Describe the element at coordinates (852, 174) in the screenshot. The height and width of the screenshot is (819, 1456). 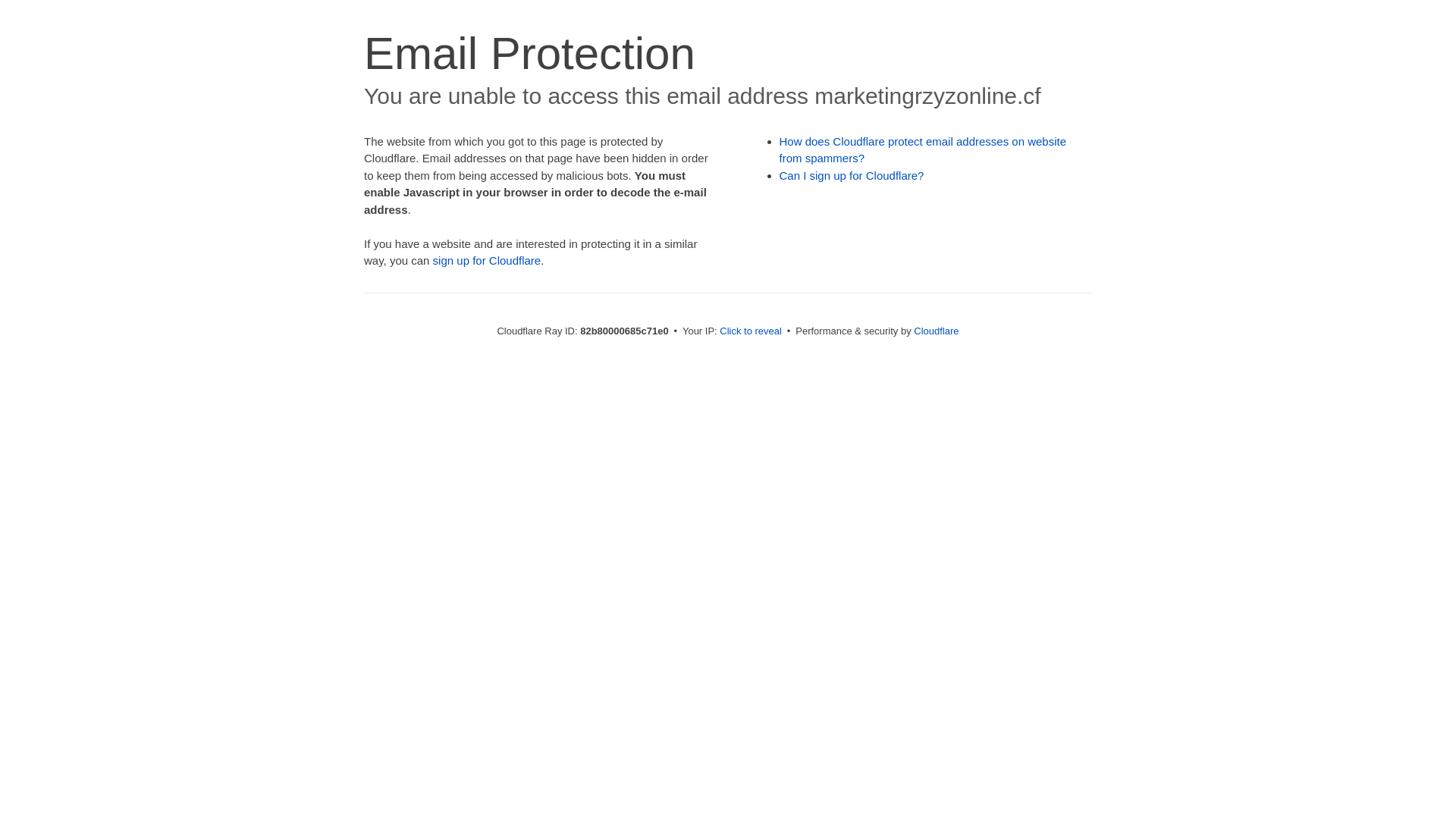
I see `'Can I sign up for Cloudflare?'` at that location.